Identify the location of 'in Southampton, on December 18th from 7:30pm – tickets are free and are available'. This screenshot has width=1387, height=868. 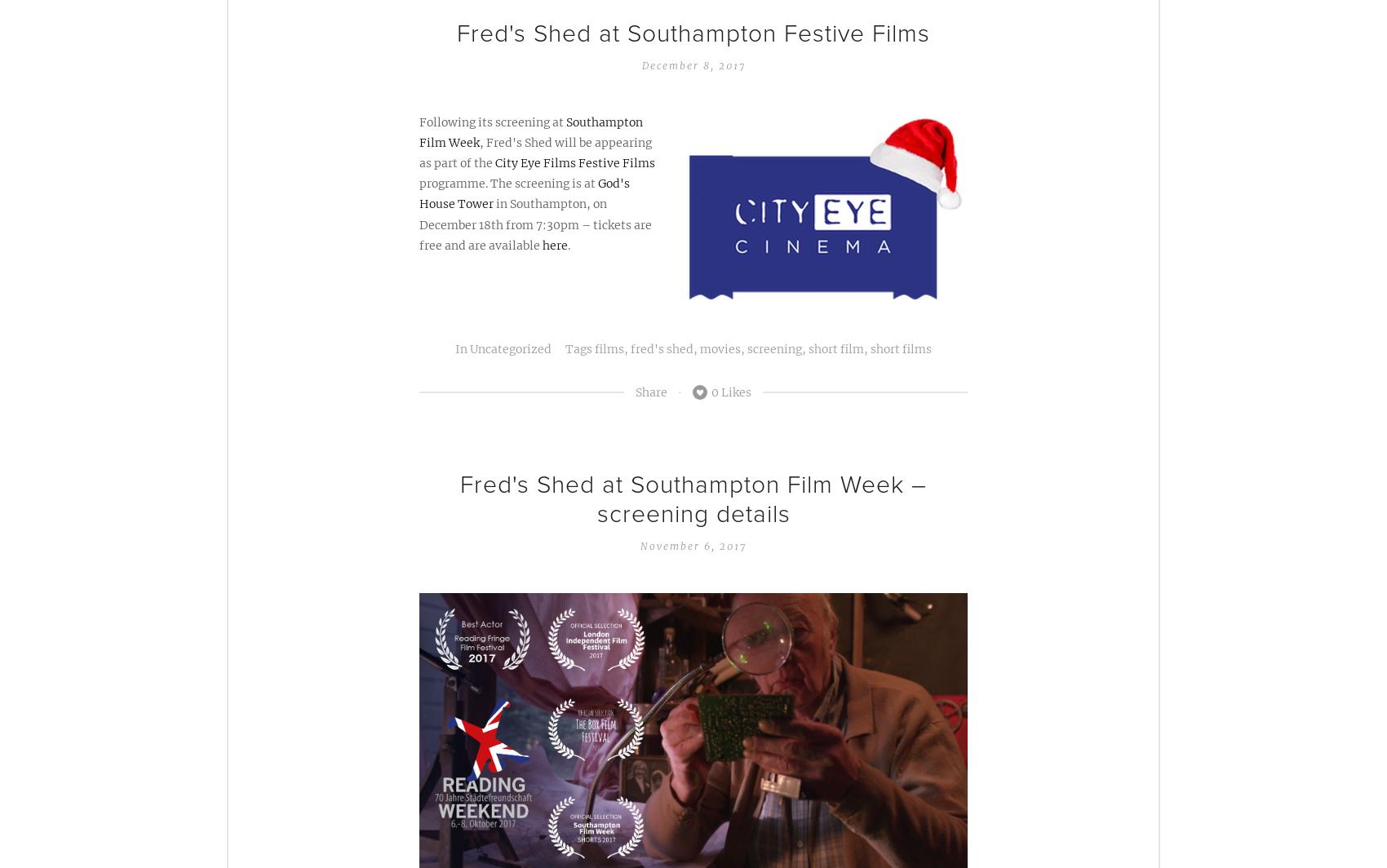
(535, 224).